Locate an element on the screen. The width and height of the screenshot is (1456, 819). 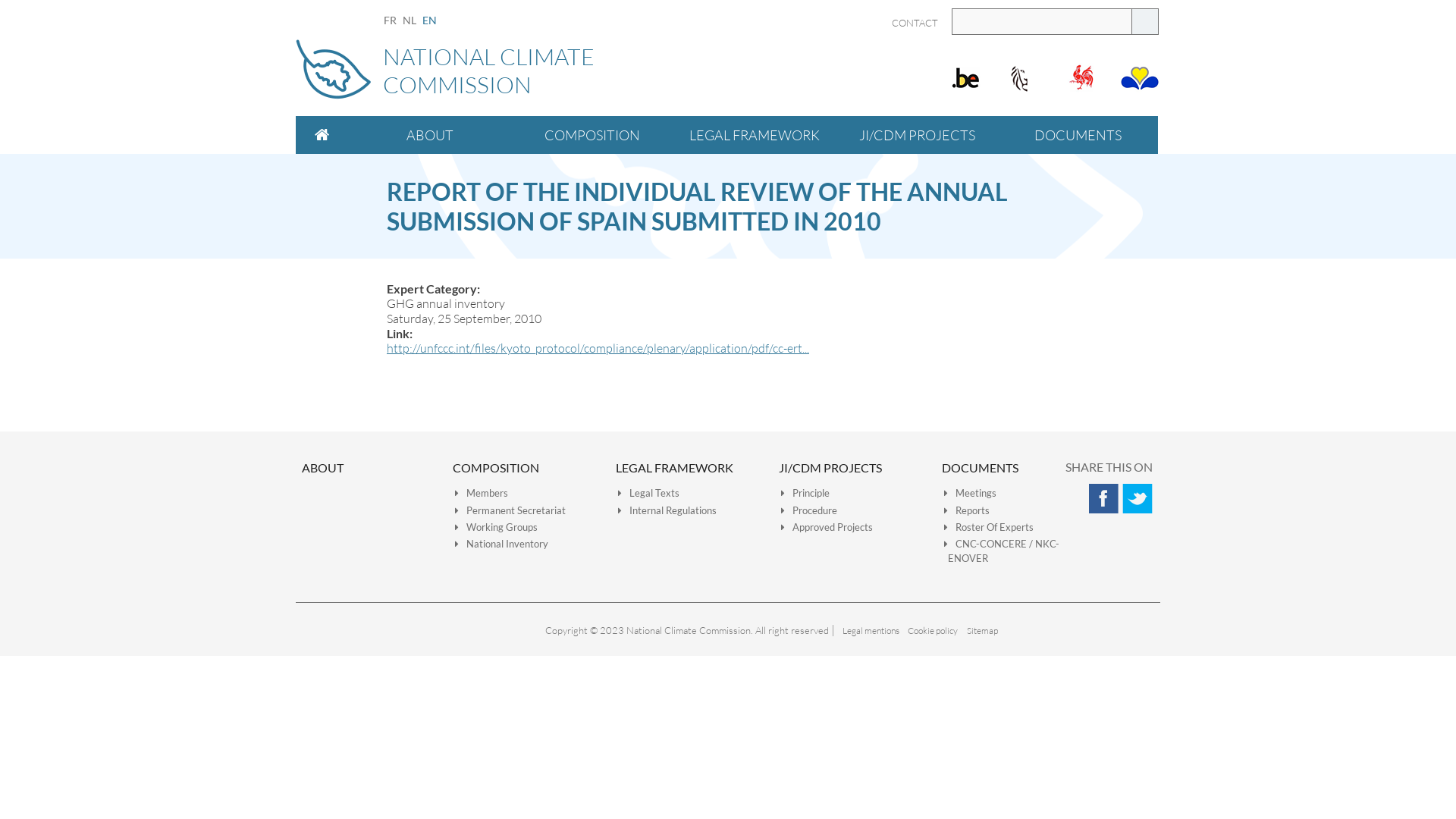
'Principle' is located at coordinates (804, 493).